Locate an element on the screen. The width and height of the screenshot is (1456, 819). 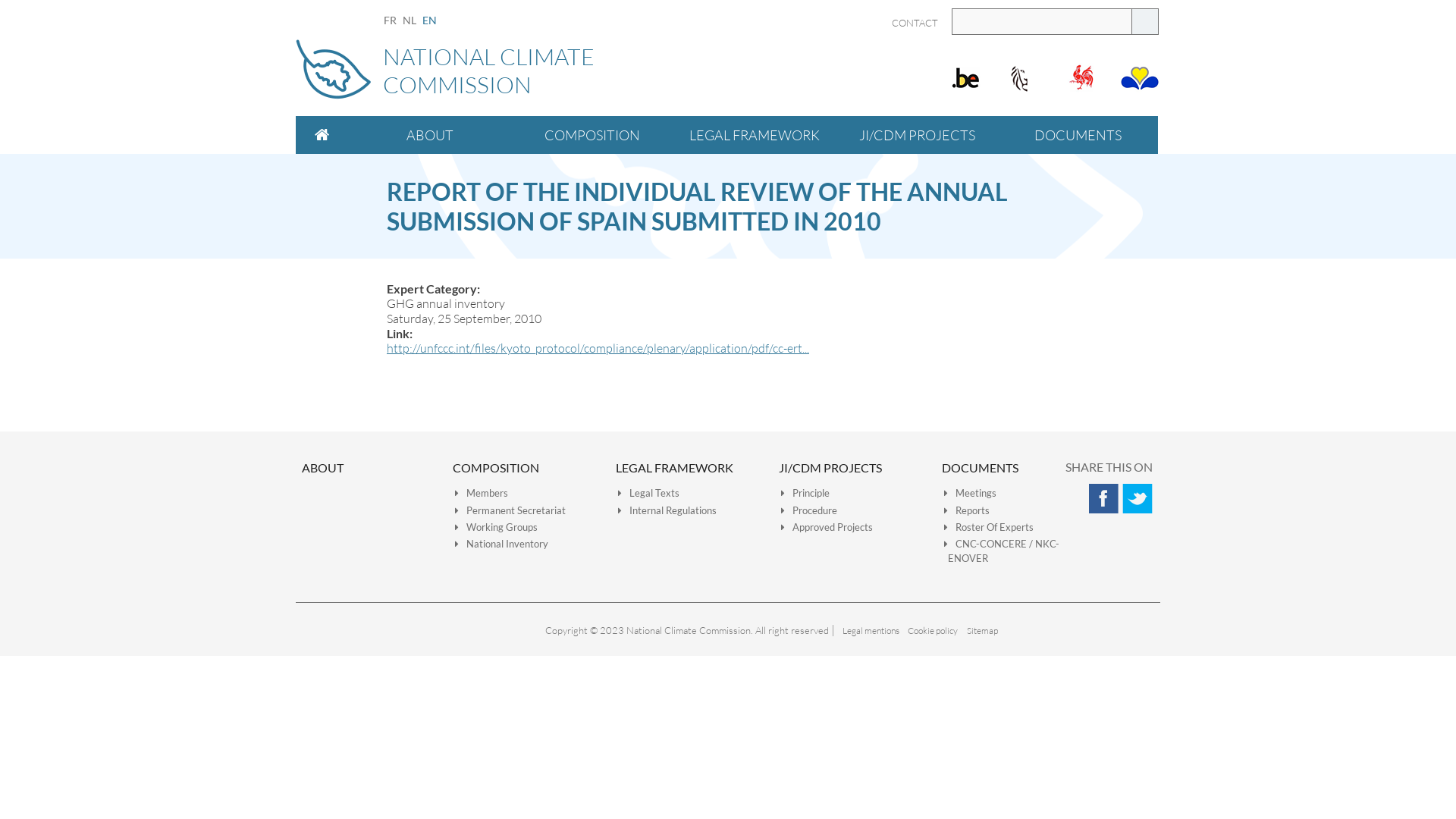
'Principle' is located at coordinates (804, 493).